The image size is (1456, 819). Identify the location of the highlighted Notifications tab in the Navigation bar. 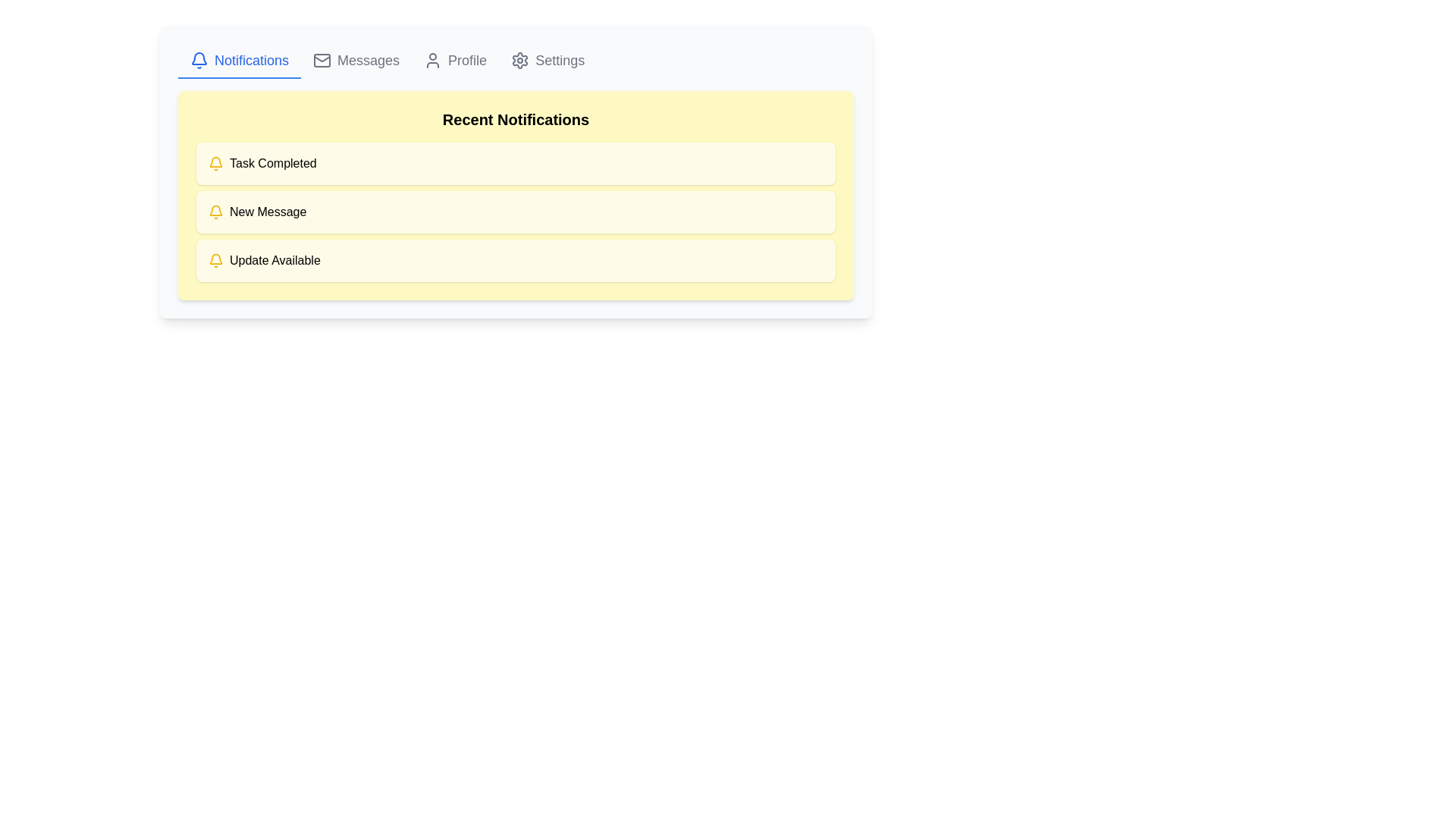
(516, 61).